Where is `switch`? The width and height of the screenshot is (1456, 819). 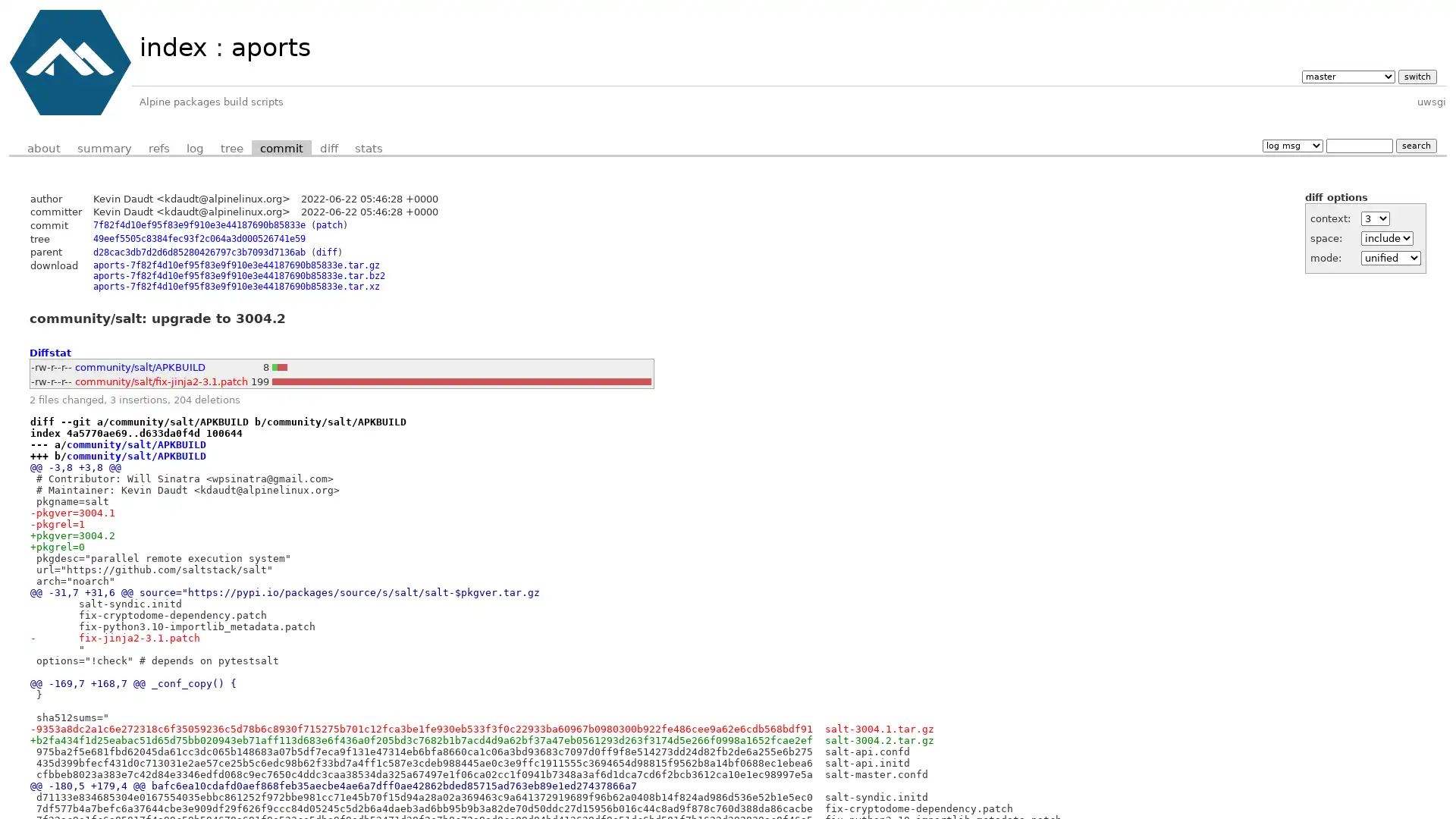 switch is located at coordinates (1416, 76).